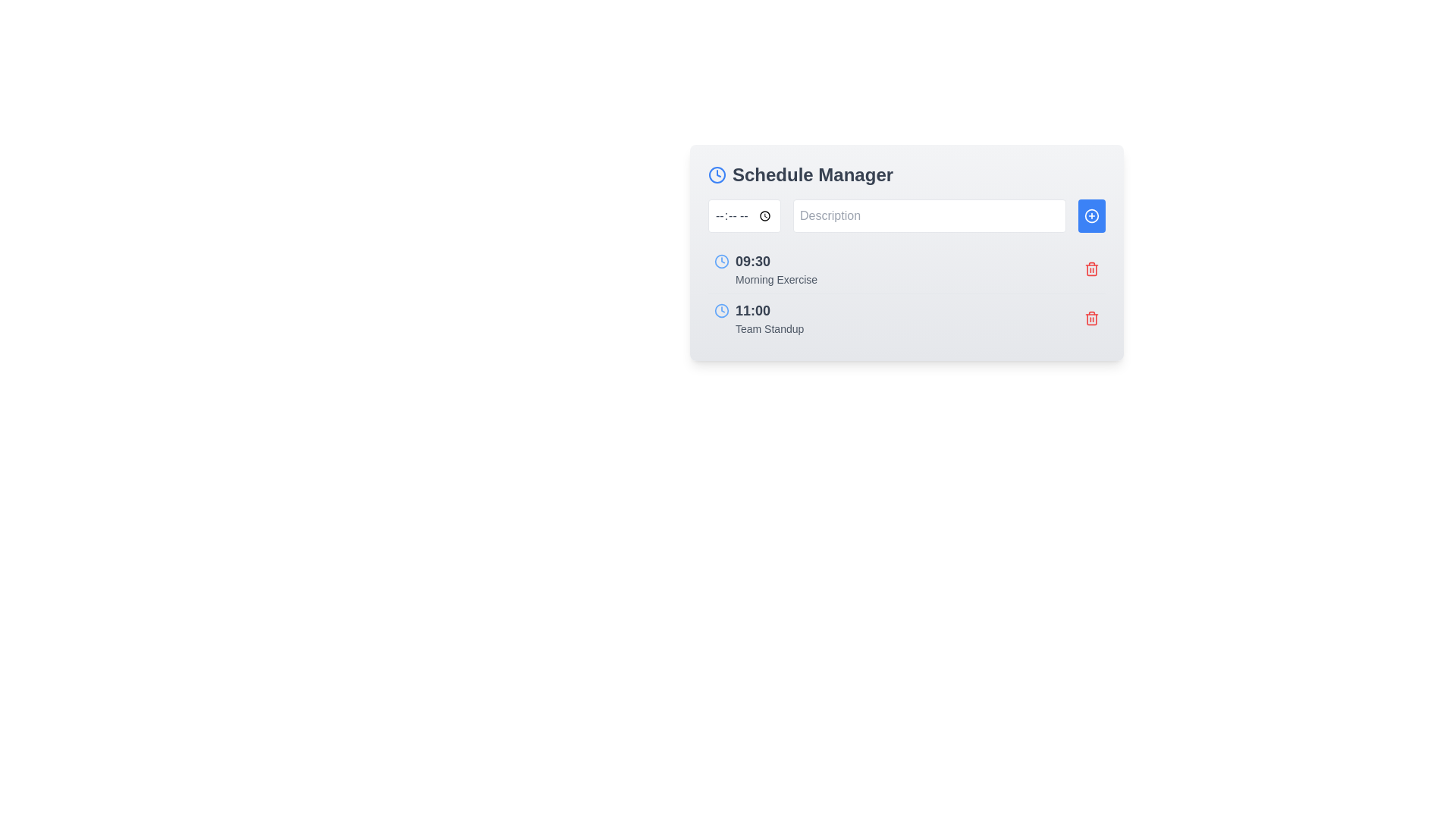 The height and width of the screenshot is (819, 1456). What do you see at coordinates (766, 268) in the screenshot?
I see `the text element displaying 'Morning Exercise' at 09:30 AM, which is the second item in the schedule list under 'Schedule Manager'` at bounding box center [766, 268].